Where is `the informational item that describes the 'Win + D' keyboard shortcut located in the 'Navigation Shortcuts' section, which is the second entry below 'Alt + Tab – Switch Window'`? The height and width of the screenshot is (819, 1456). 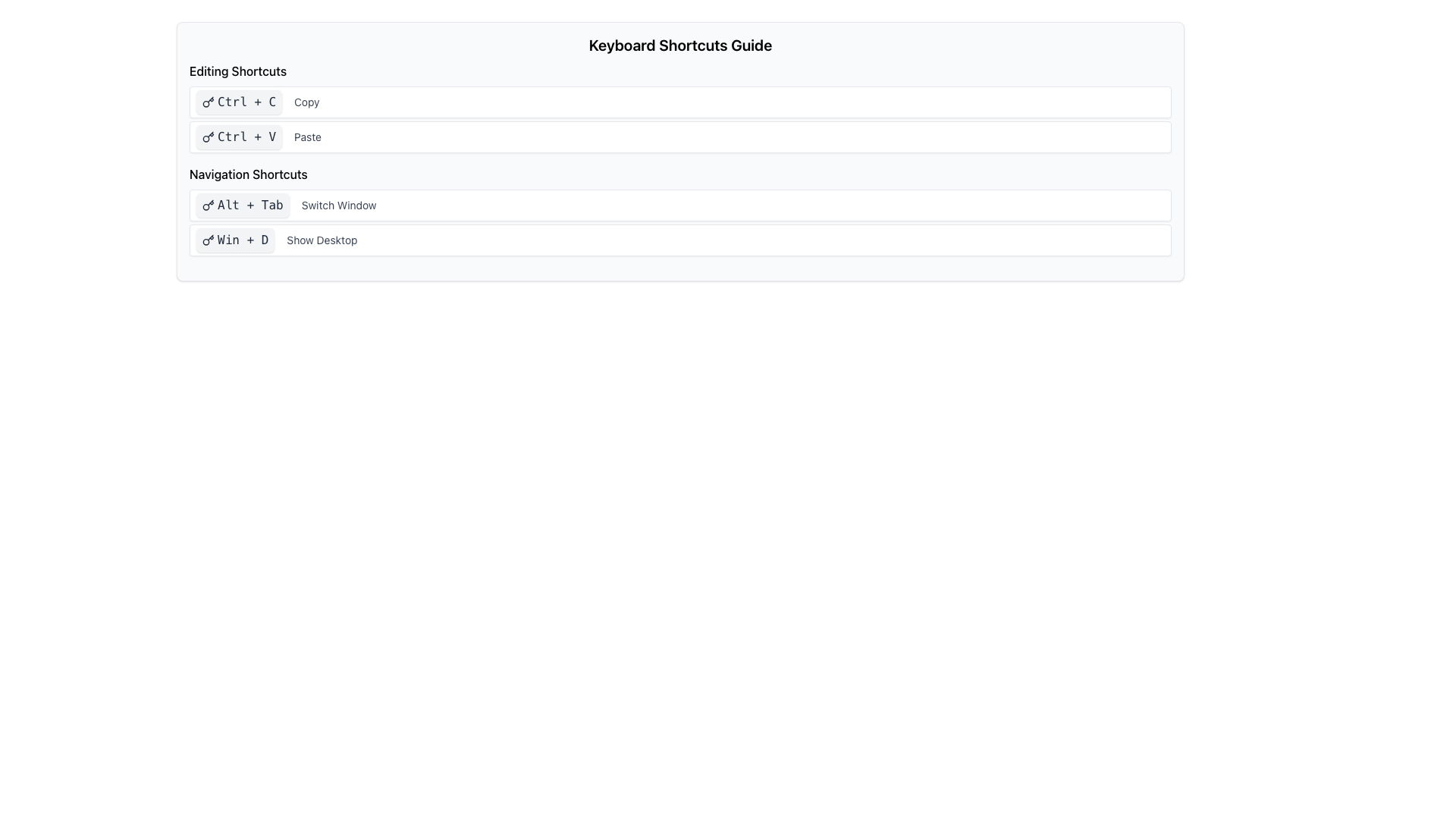
the informational item that describes the 'Win + D' keyboard shortcut located in the 'Navigation Shortcuts' section, which is the second entry below 'Alt + Tab – Switch Window' is located at coordinates (679, 239).